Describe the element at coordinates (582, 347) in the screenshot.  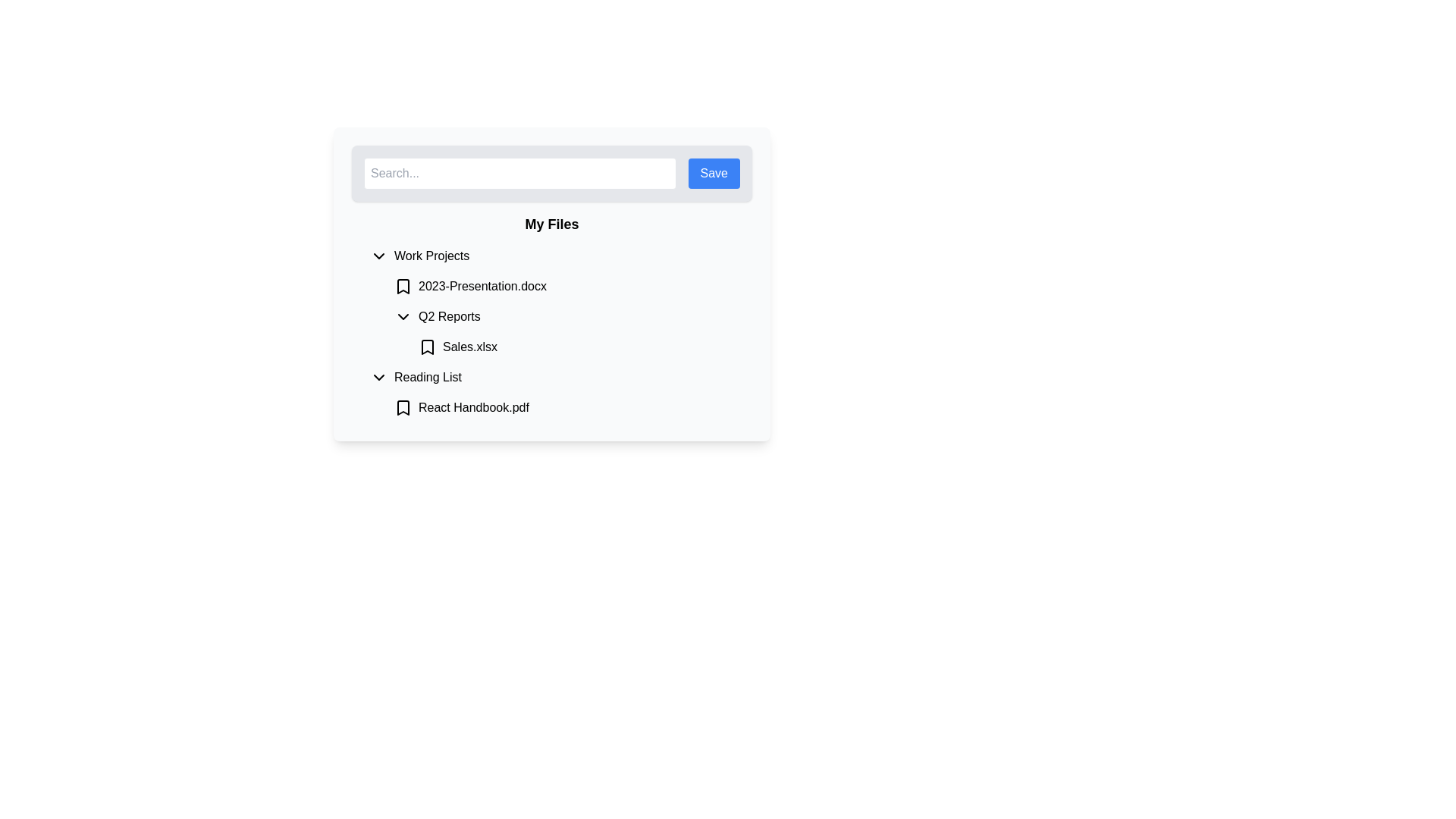
I see `the second item in the 'Q2 Reports' section of the file management interface` at that location.